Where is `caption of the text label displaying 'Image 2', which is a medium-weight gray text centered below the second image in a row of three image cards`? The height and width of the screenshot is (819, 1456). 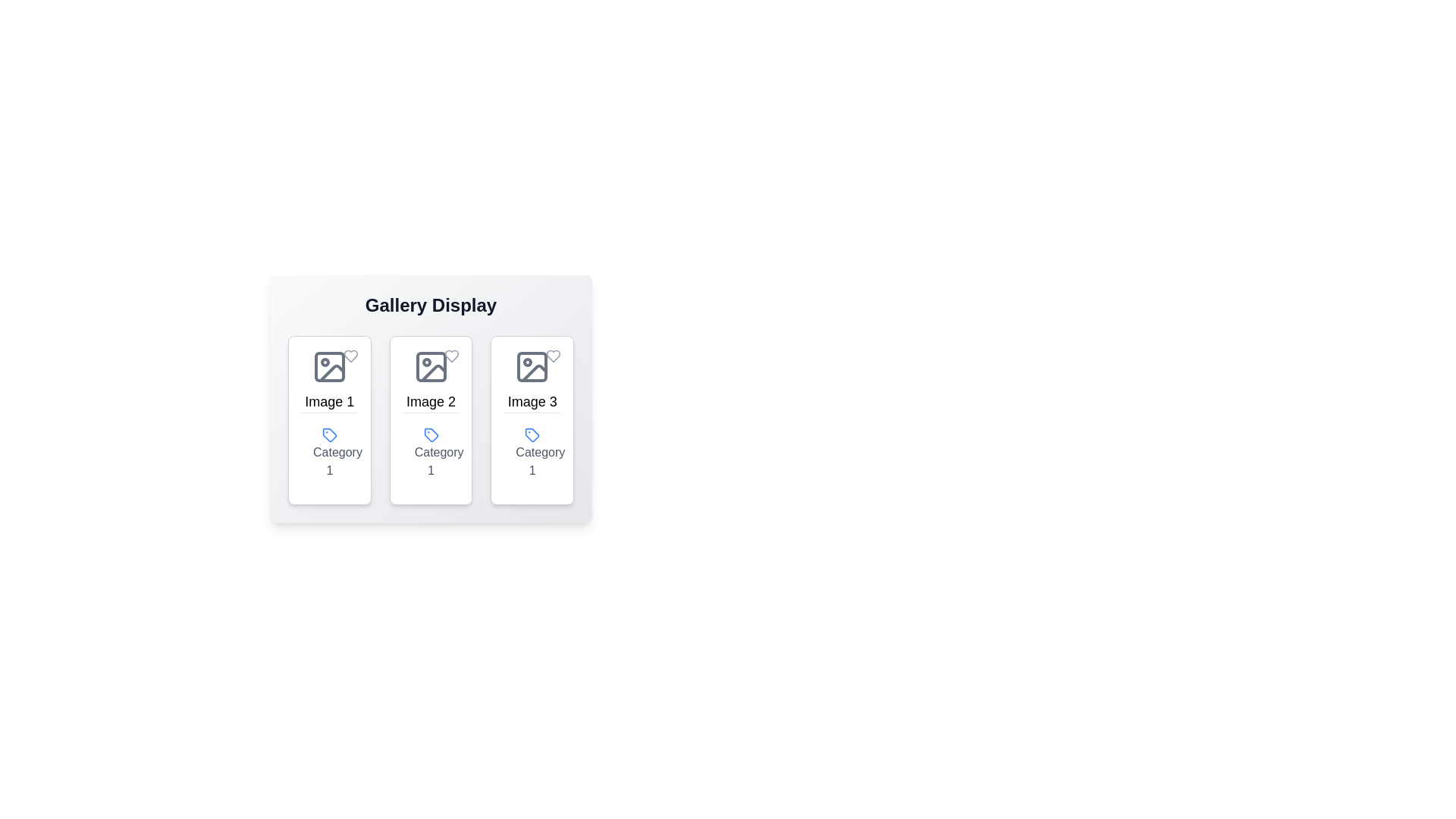
caption of the text label displaying 'Image 2', which is a medium-weight gray text centered below the second image in a row of three image cards is located at coordinates (430, 400).